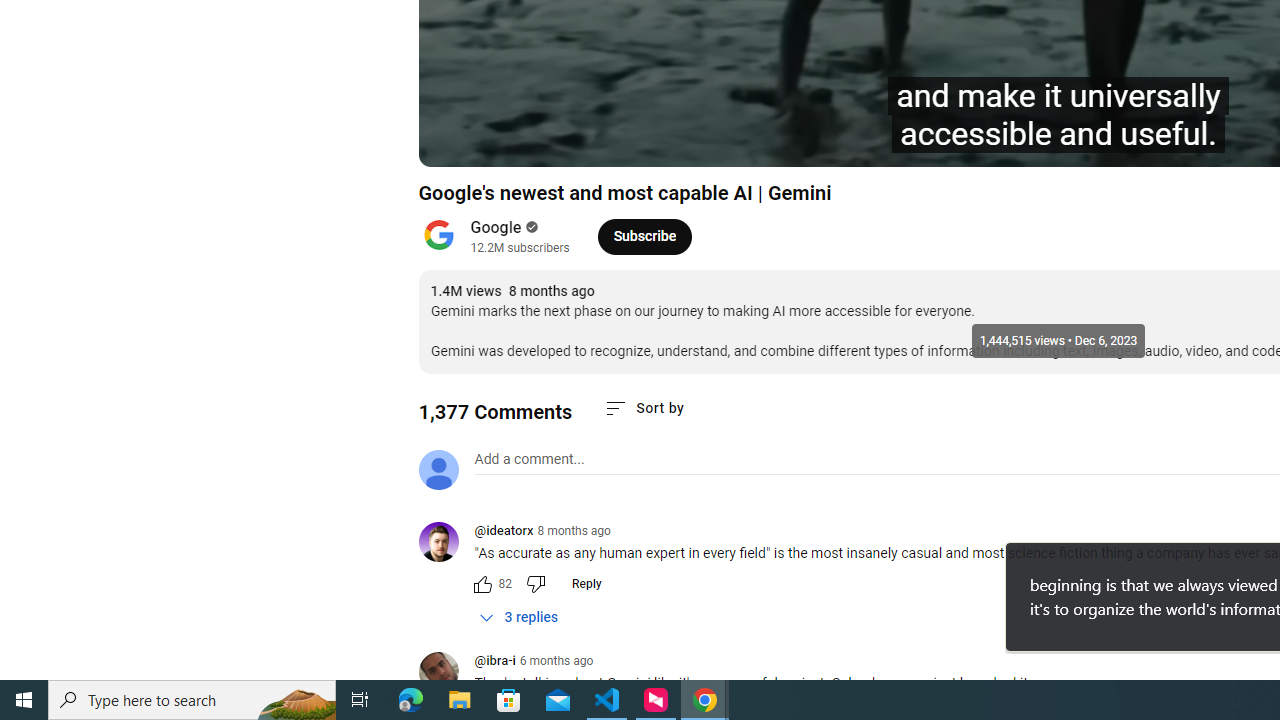 This screenshot has width=1280, height=720. I want to click on 'Default profile photo', so click(438, 470).